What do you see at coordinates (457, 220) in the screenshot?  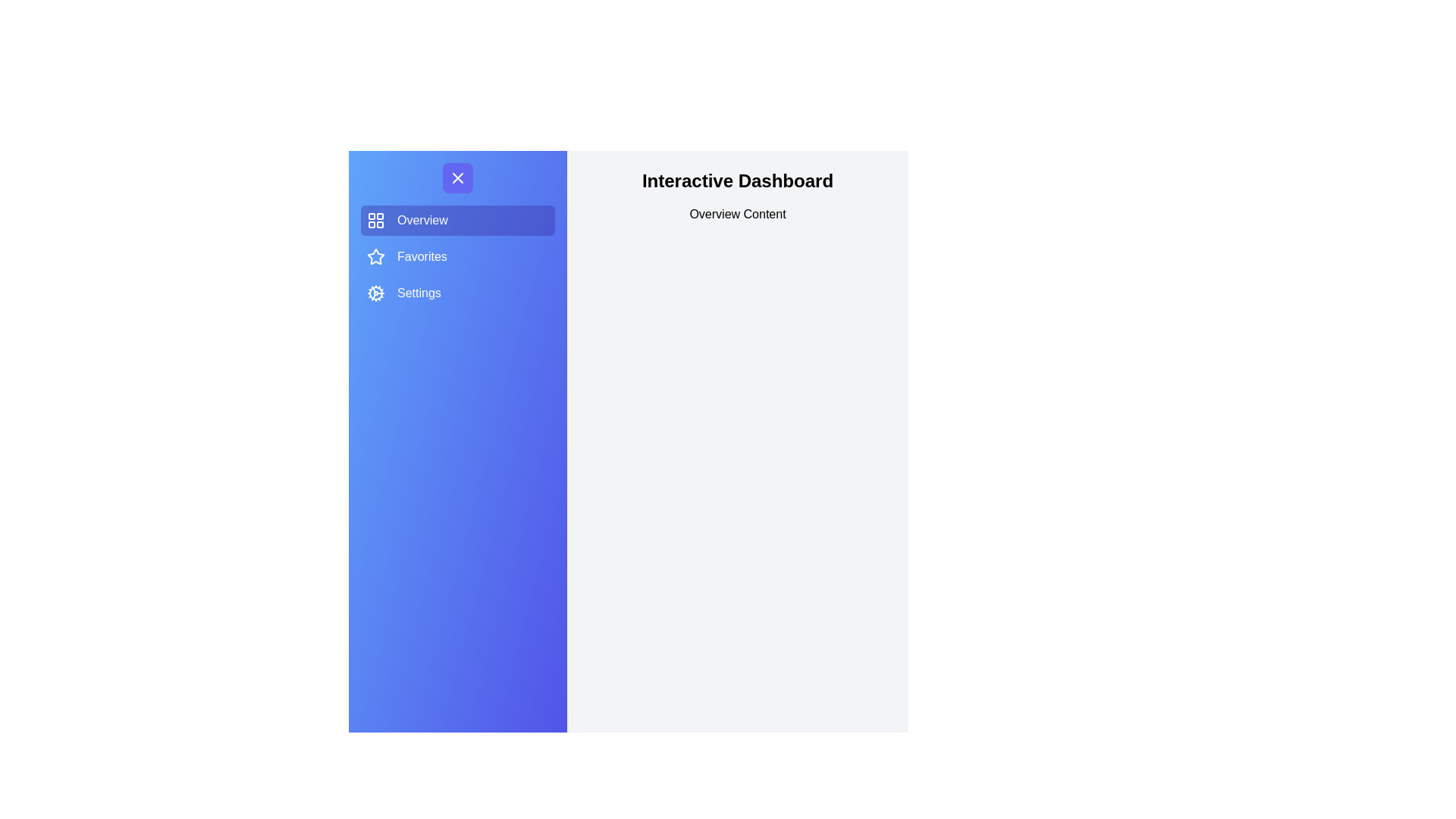 I see `the menu item labeled Overview to observe its hover effect` at bounding box center [457, 220].